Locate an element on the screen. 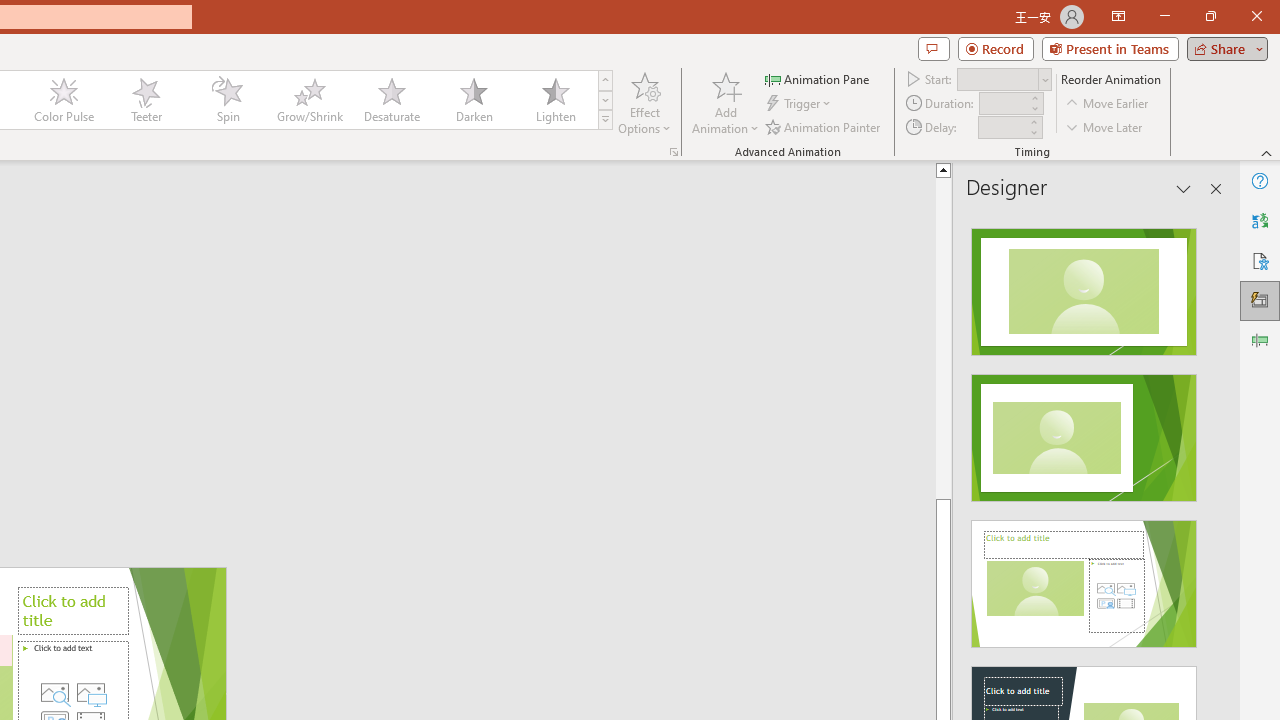  'Animation Pane' is located at coordinates (818, 78).